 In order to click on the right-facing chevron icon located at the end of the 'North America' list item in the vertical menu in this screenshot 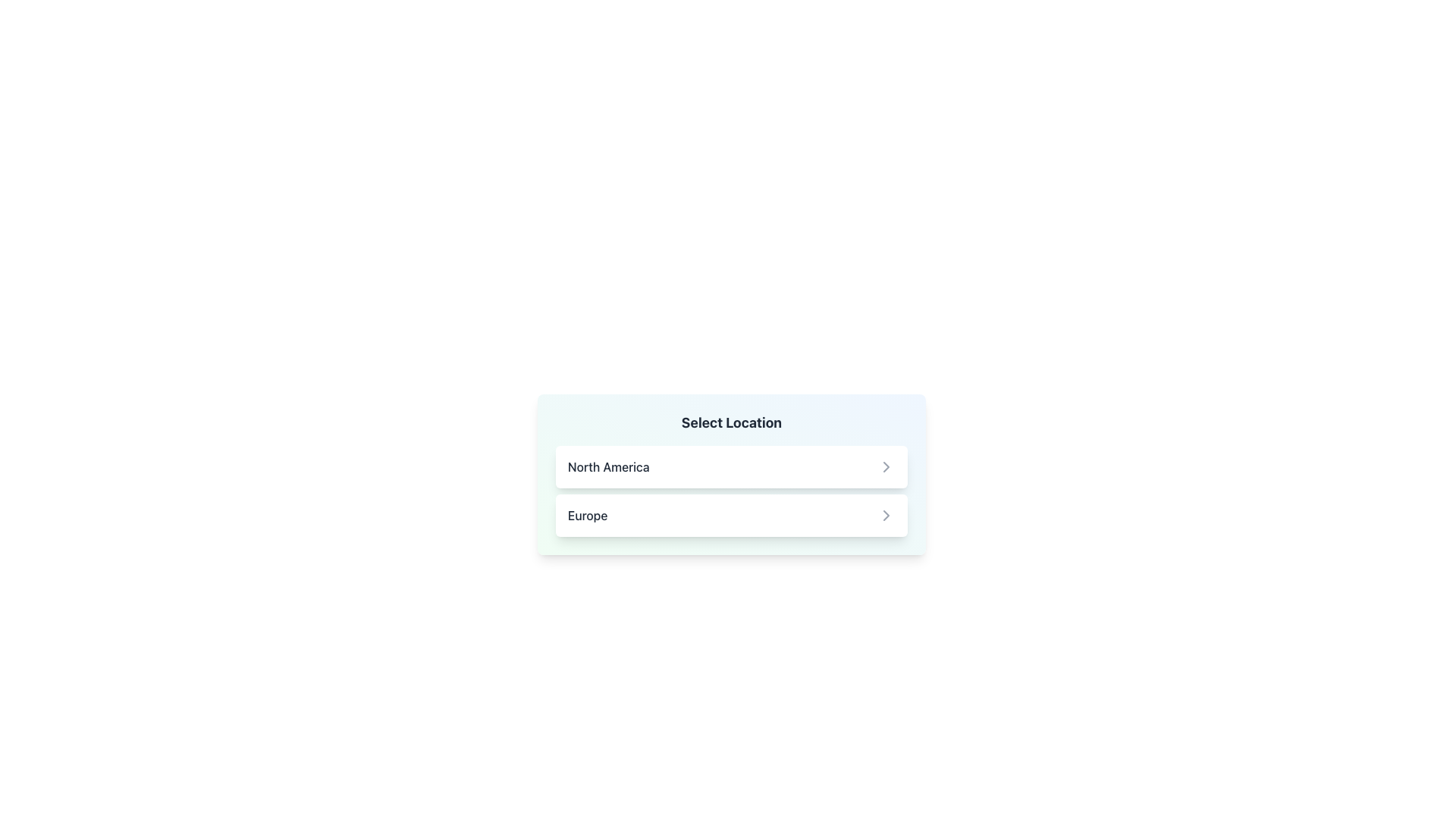, I will do `click(886, 466)`.